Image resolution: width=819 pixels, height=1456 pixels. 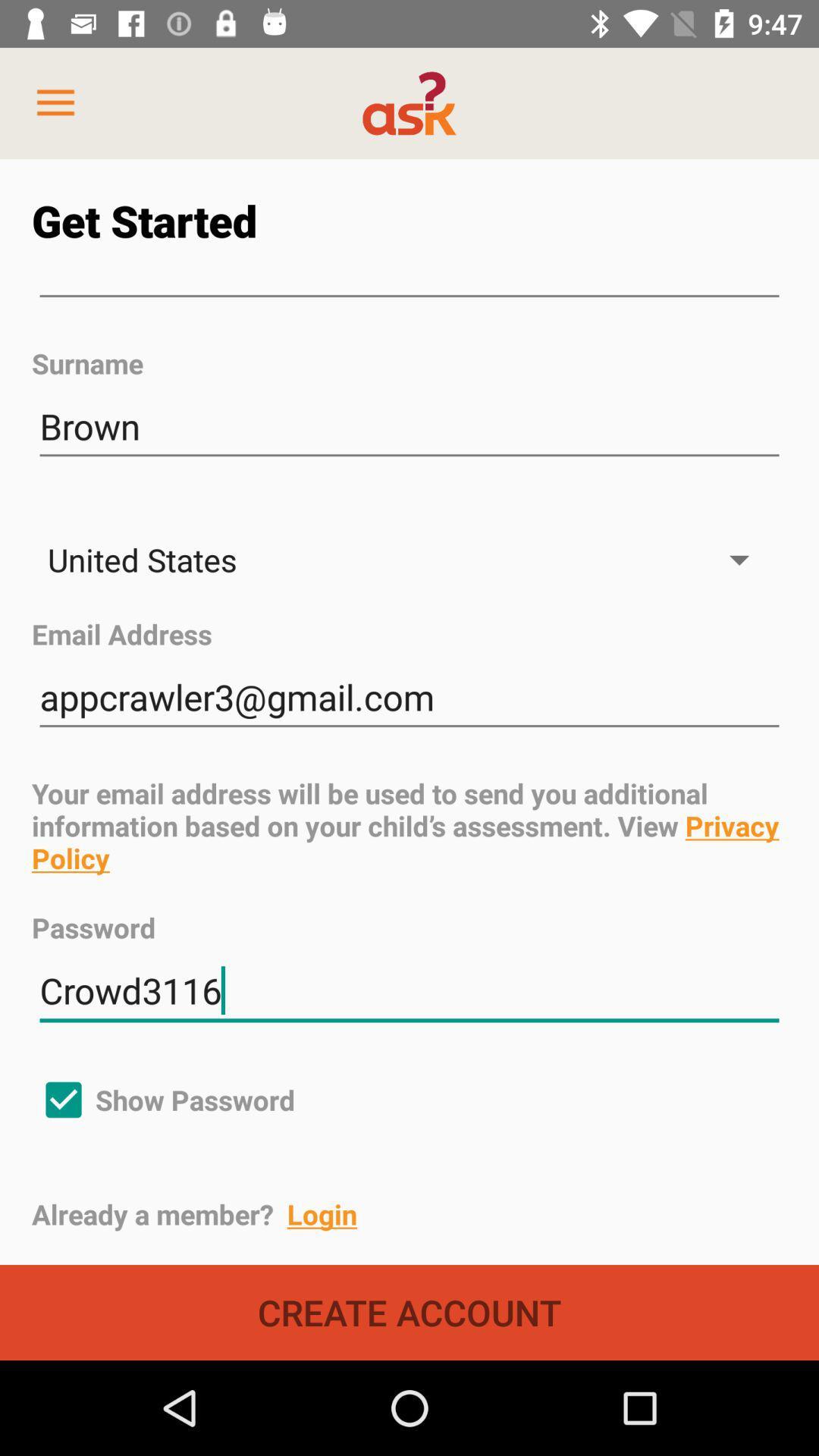 I want to click on the icon below the crowd3116, so click(x=163, y=1100).